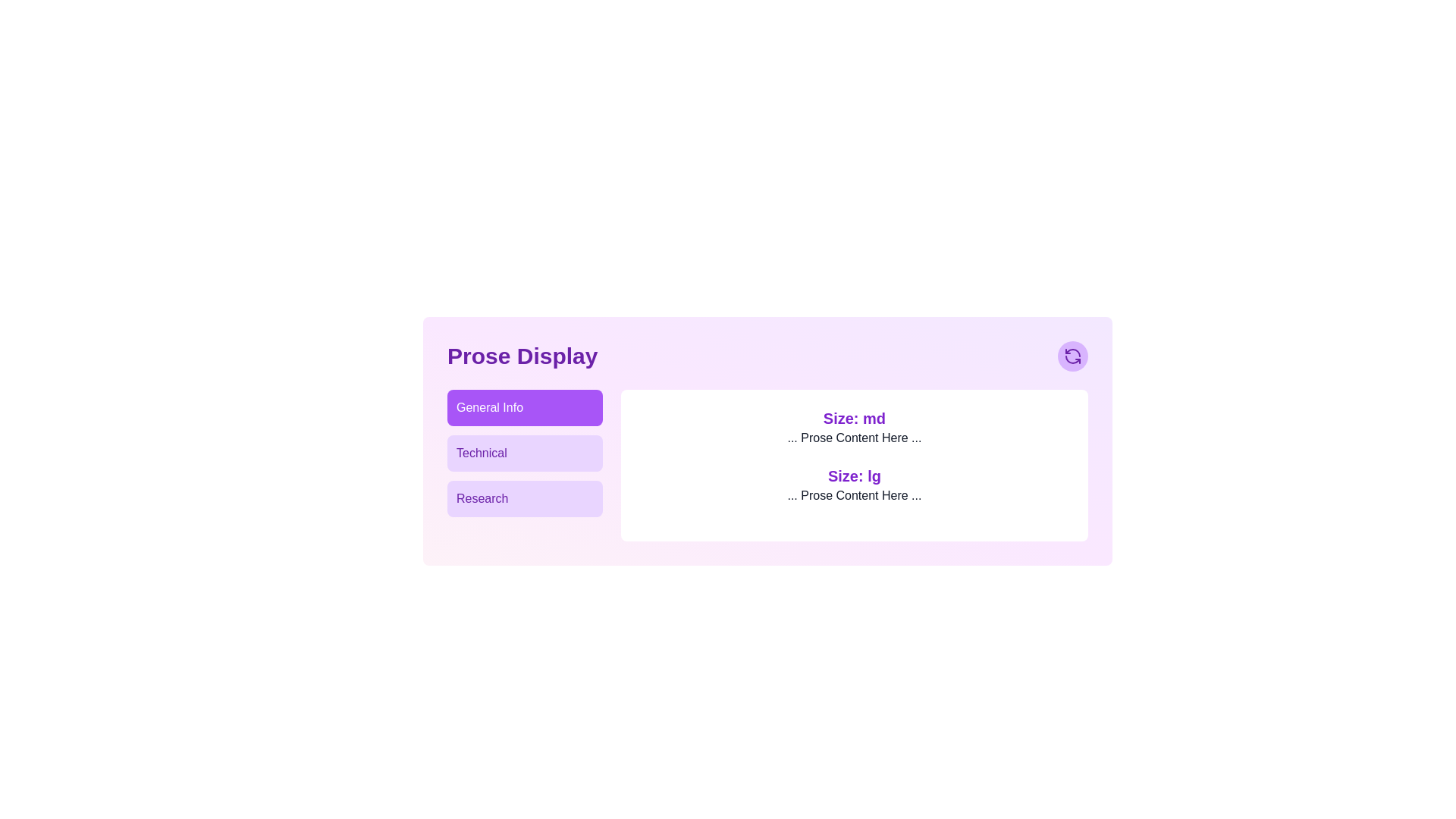 The image size is (1456, 819). Describe the element at coordinates (855, 475) in the screenshot. I see `the static text element that displays 'Size: lg', which is styled prominently in bold purple font and located below 'Size: md'` at that location.